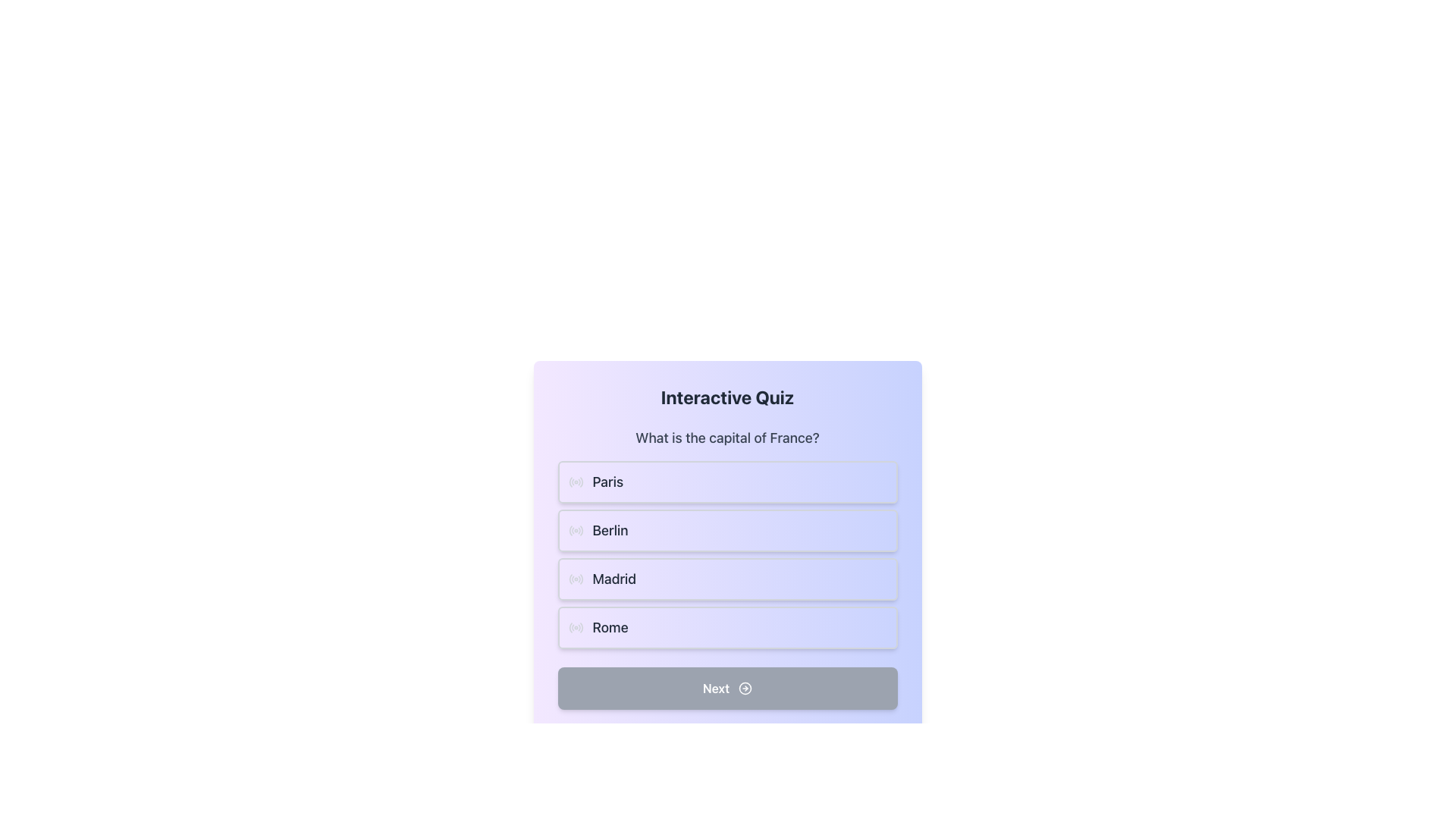  What do you see at coordinates (726, 555) in the screenshot?
I see `the 'Madrid' option in the quiz` at bounding box center [726, 555].